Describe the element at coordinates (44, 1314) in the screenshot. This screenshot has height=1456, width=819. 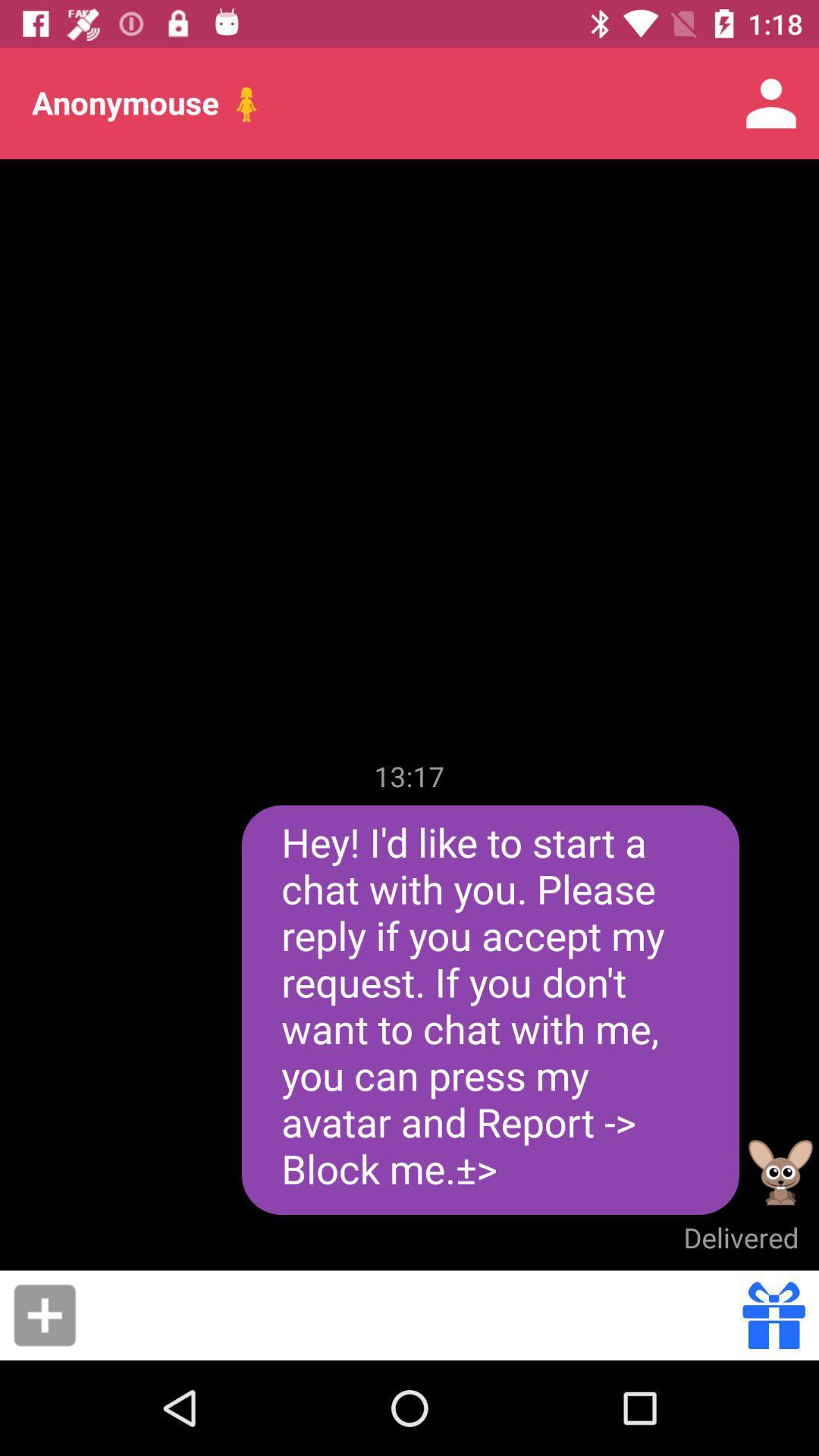
I see `the add icon` at that location.